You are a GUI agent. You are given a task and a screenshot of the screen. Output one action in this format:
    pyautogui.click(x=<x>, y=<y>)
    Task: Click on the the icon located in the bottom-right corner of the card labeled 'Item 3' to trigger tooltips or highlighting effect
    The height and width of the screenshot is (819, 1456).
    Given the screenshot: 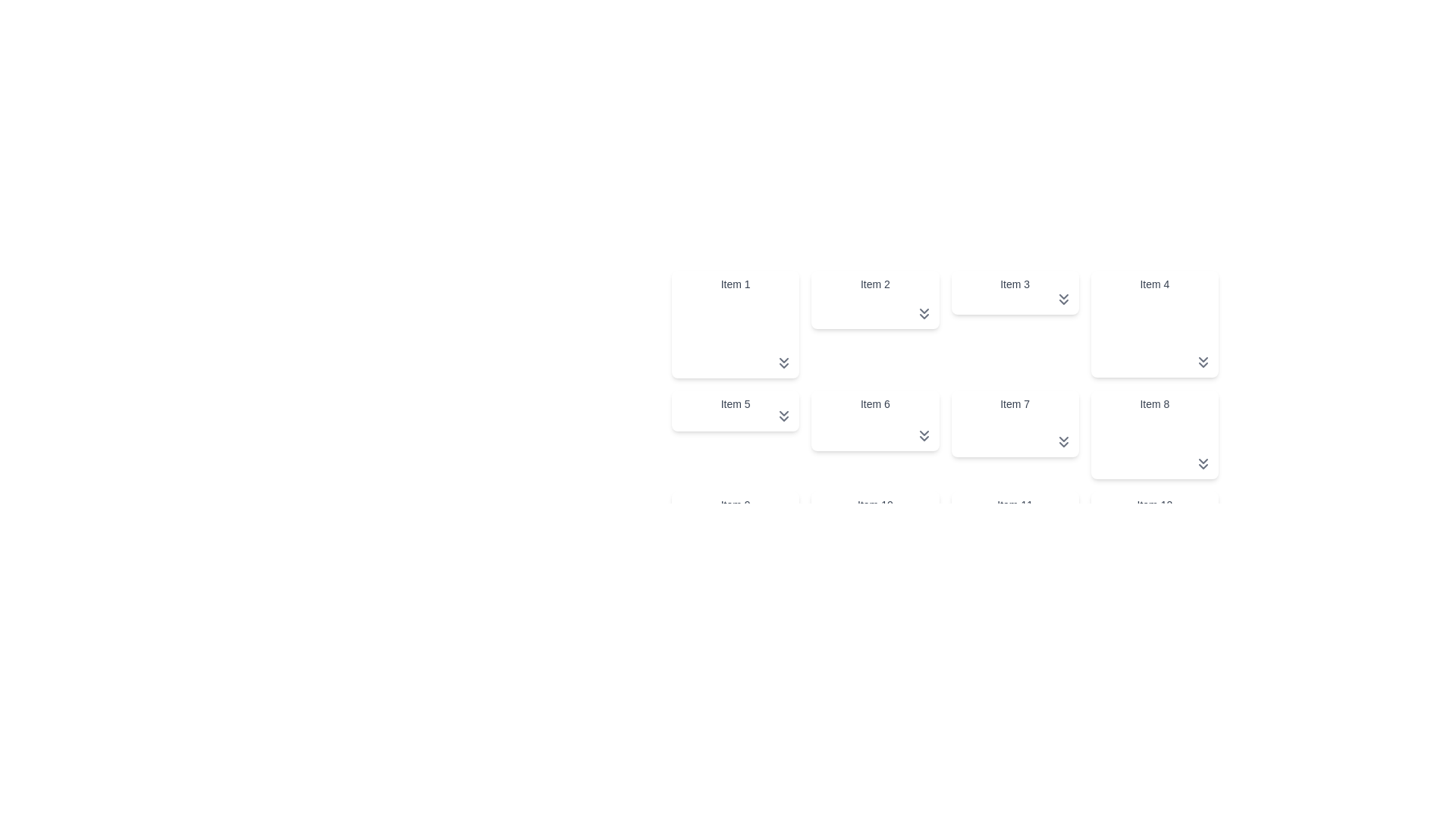 What is the action you would take?
    pyautogui.click(x=1062, y=299)
    